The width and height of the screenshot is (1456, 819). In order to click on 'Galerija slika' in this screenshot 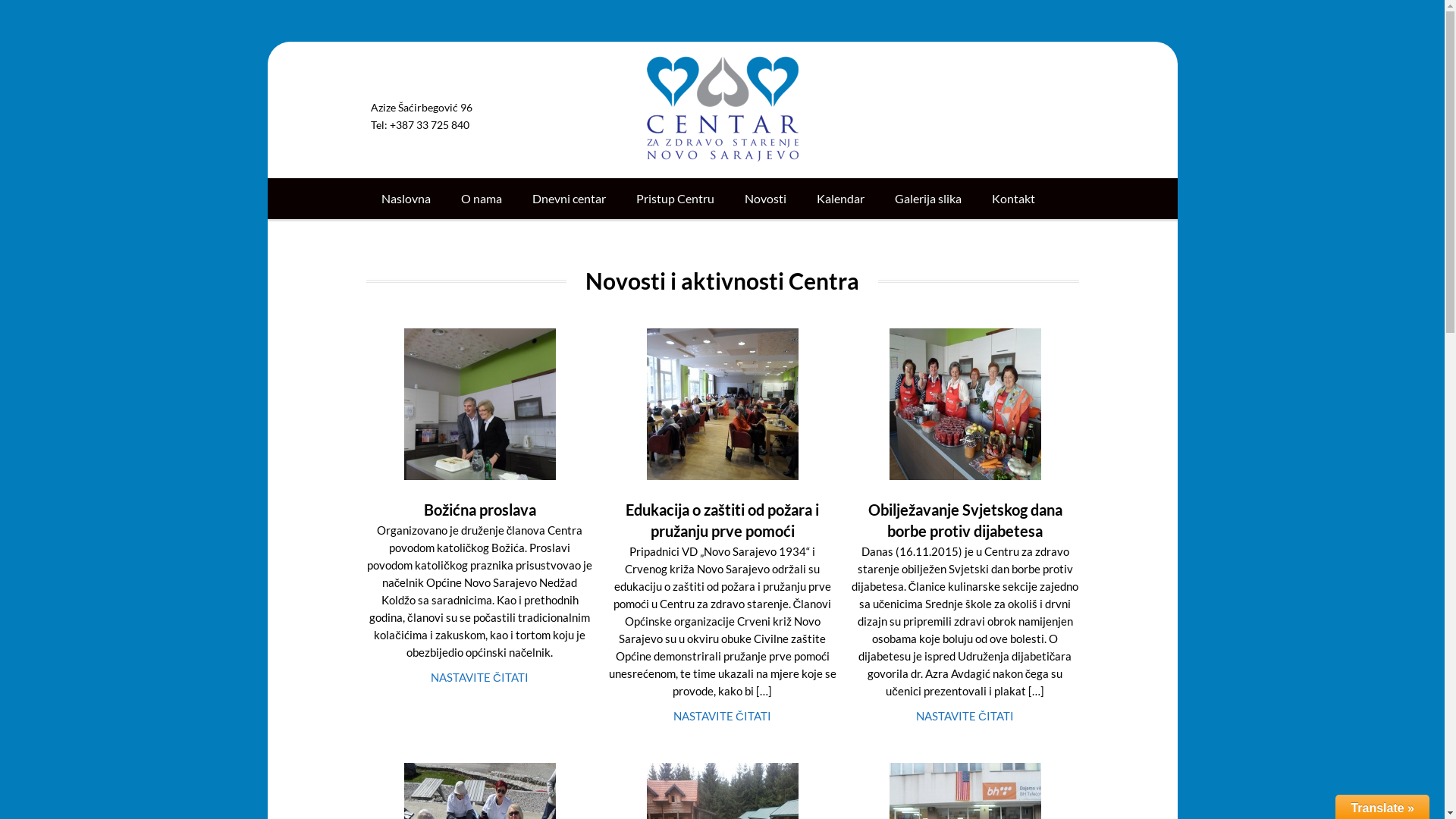, I will do `click(927, 198)`.